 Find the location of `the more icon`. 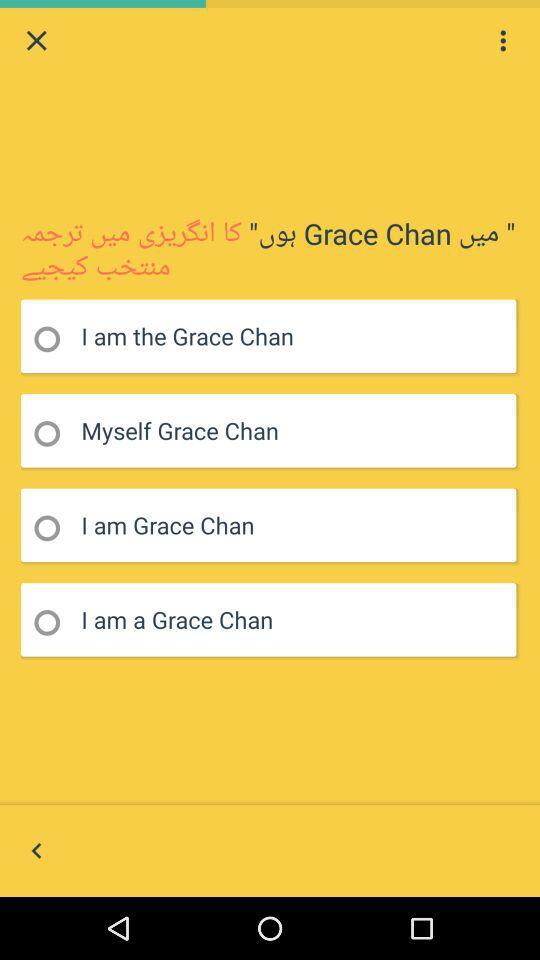

the more icon is located at coordinates (502, 42).